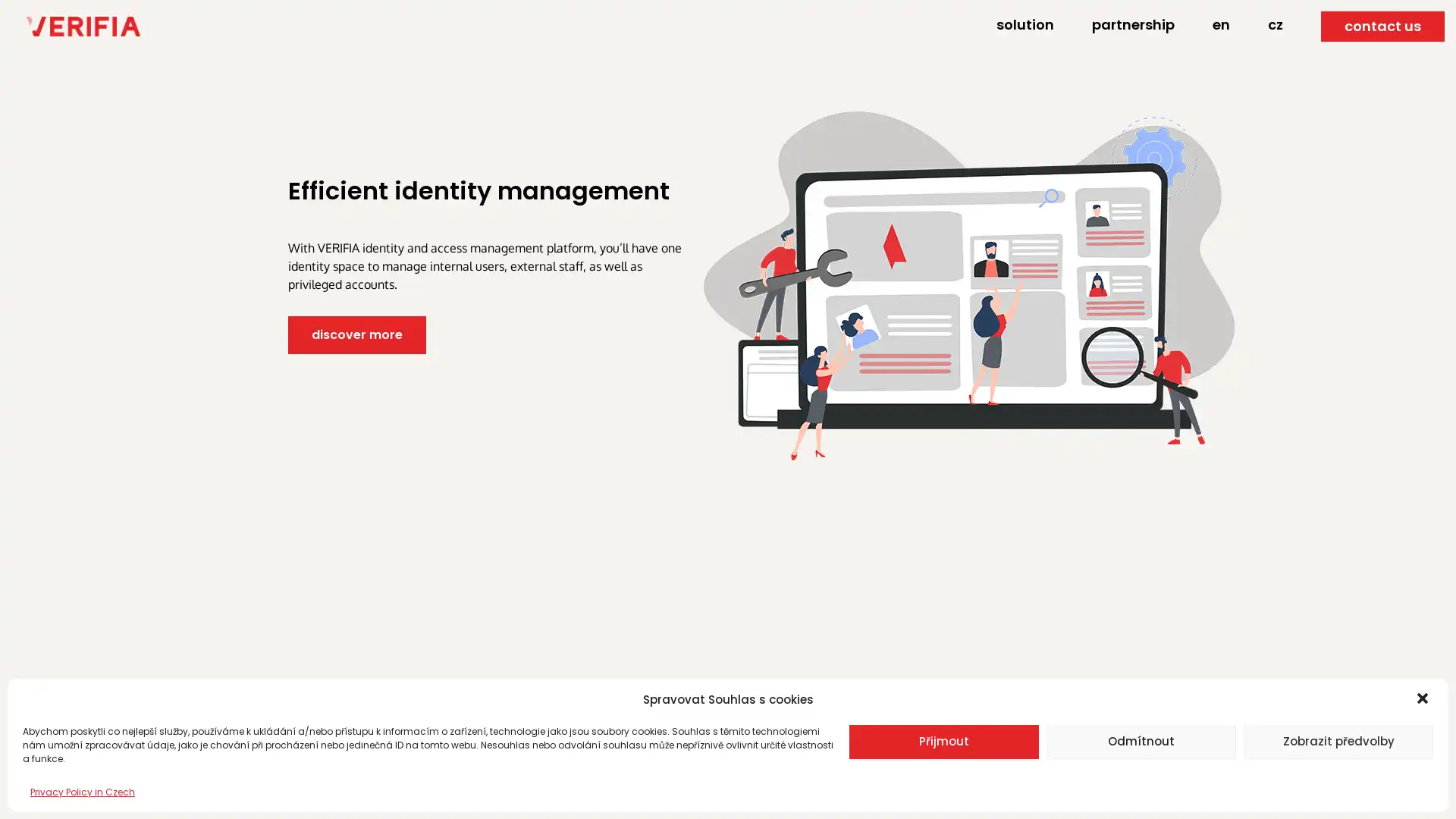 The image size is (1456, 819). What do you see at coordinates (1141, 740) in the screenshot?
I see `Odmitnout` at bounding box center [1141, 740].